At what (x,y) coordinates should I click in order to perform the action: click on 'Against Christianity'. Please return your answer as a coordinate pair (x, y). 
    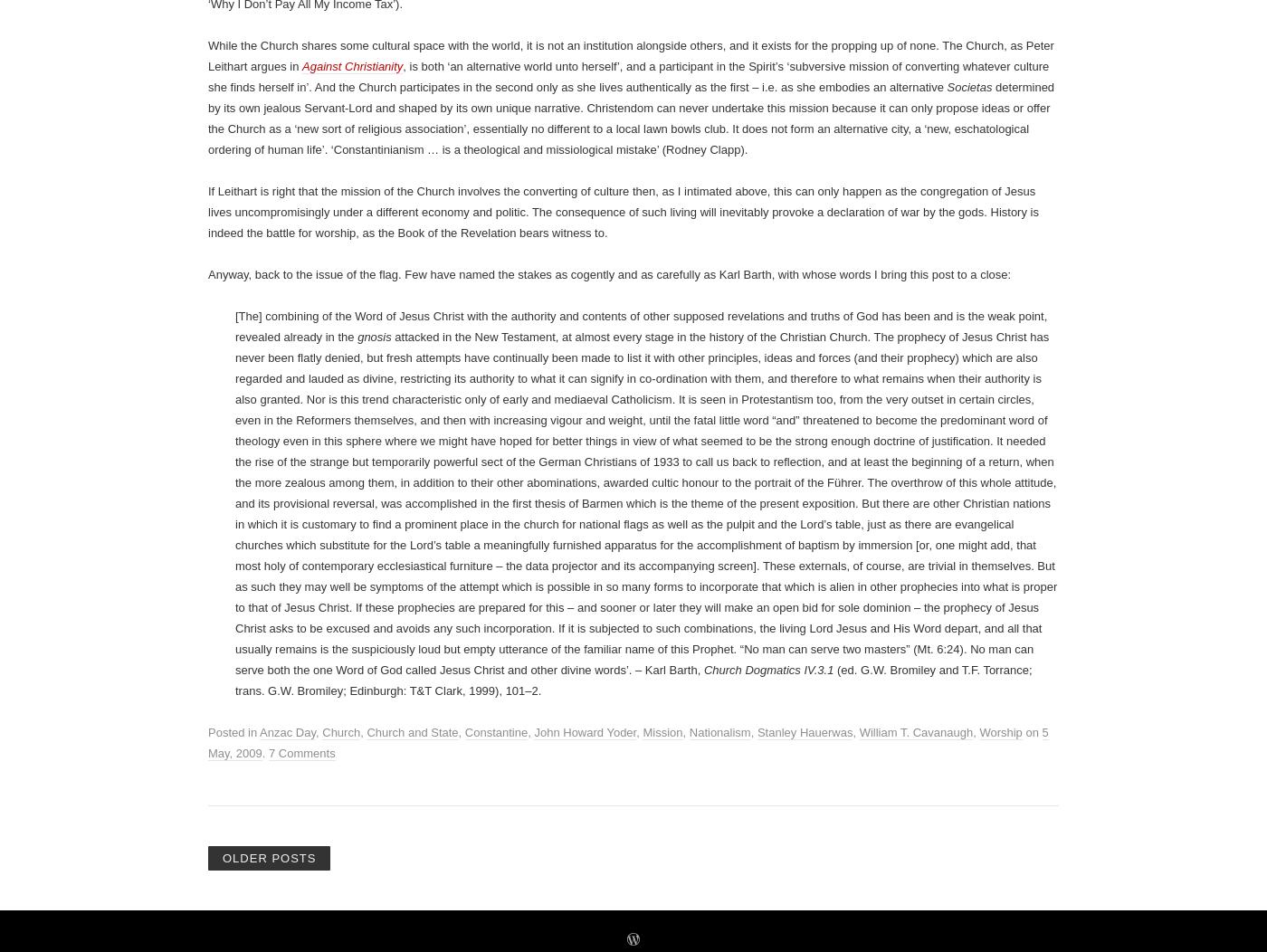
    Looking at the image, I should click on (302, 759).